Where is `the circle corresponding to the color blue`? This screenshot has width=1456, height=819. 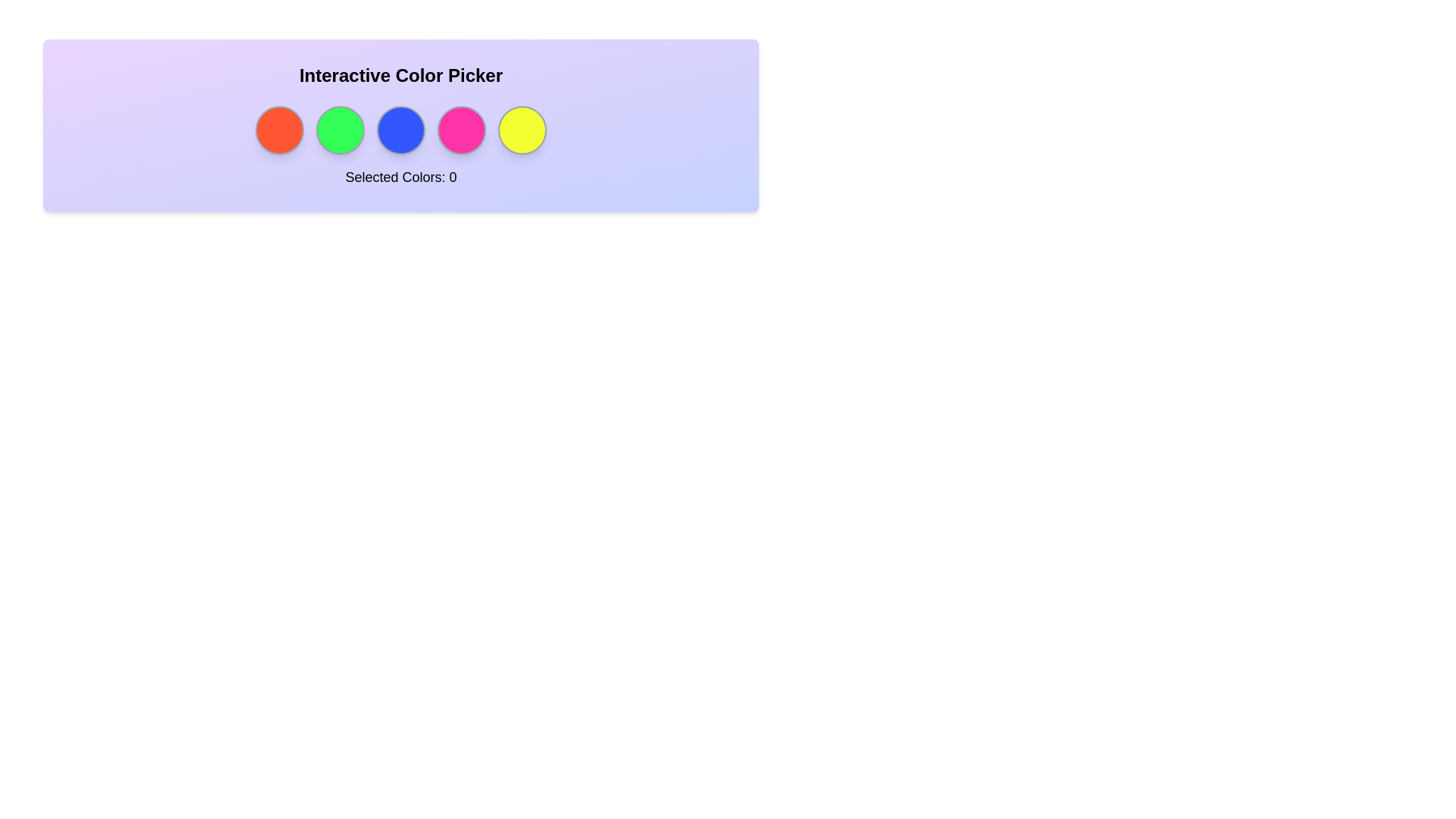 the circle corresponding to the color blue is located at coordinates (400, 130).